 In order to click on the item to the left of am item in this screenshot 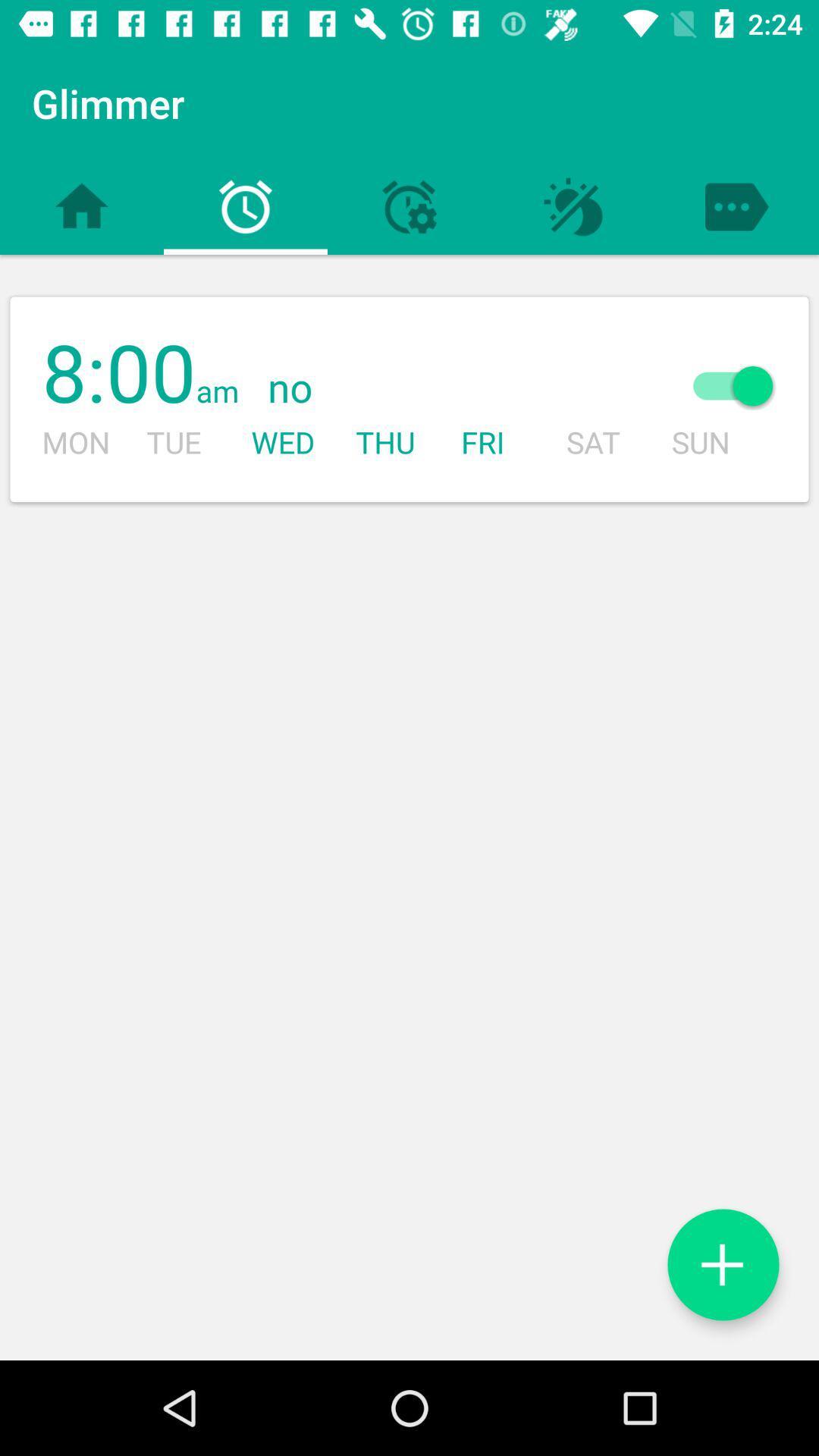, I will do `click(118, 375)`.